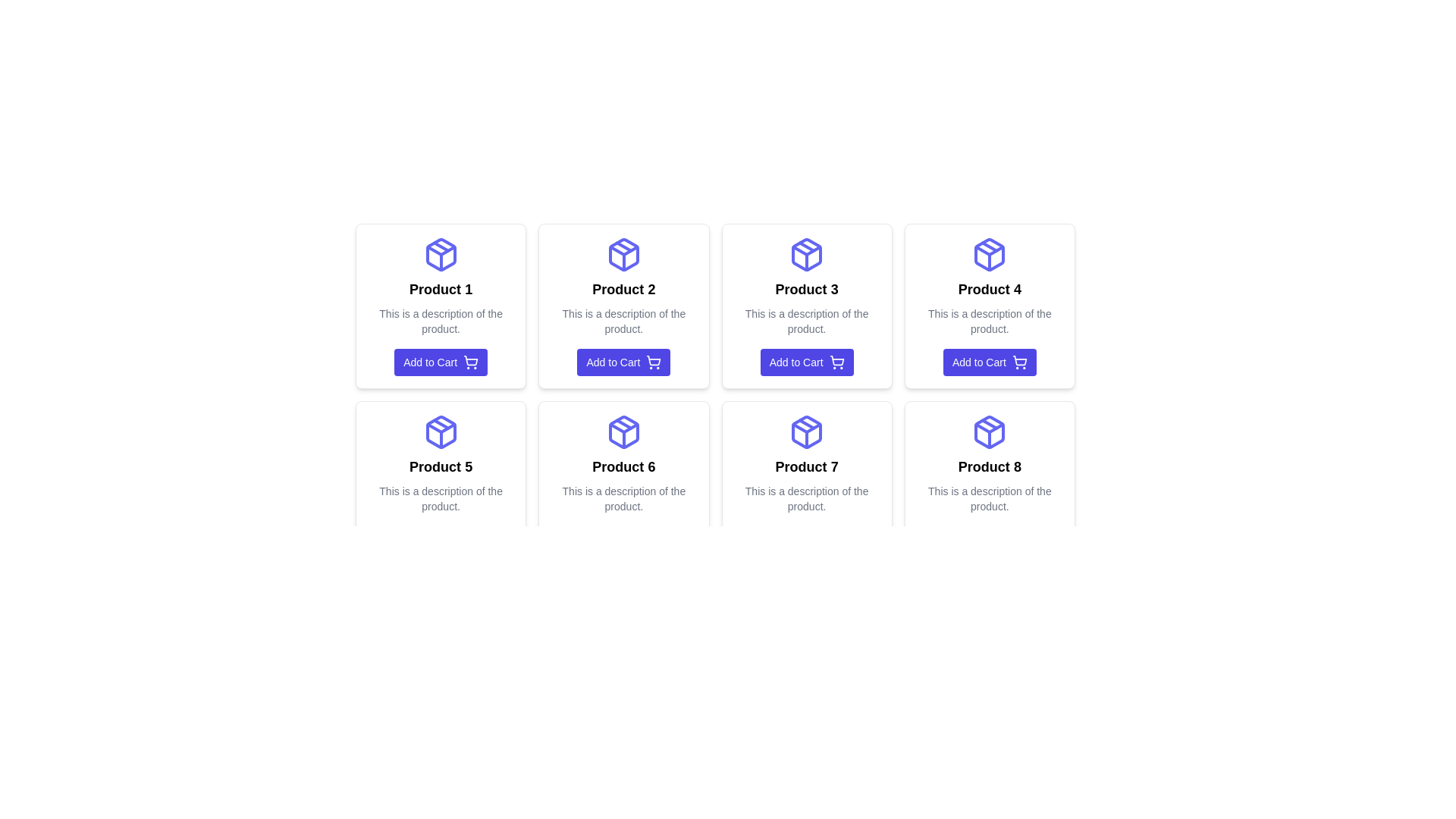 This screenshot has height=819, width=1456. Describe the element at coordinates (440, 499) in the screenshot. I see `the text label that contains the phrase 'This is a description of the product.' located in the 'Product 5' card, positioned below its title and icon, directly above the 'Add to Cart' button` at that location.